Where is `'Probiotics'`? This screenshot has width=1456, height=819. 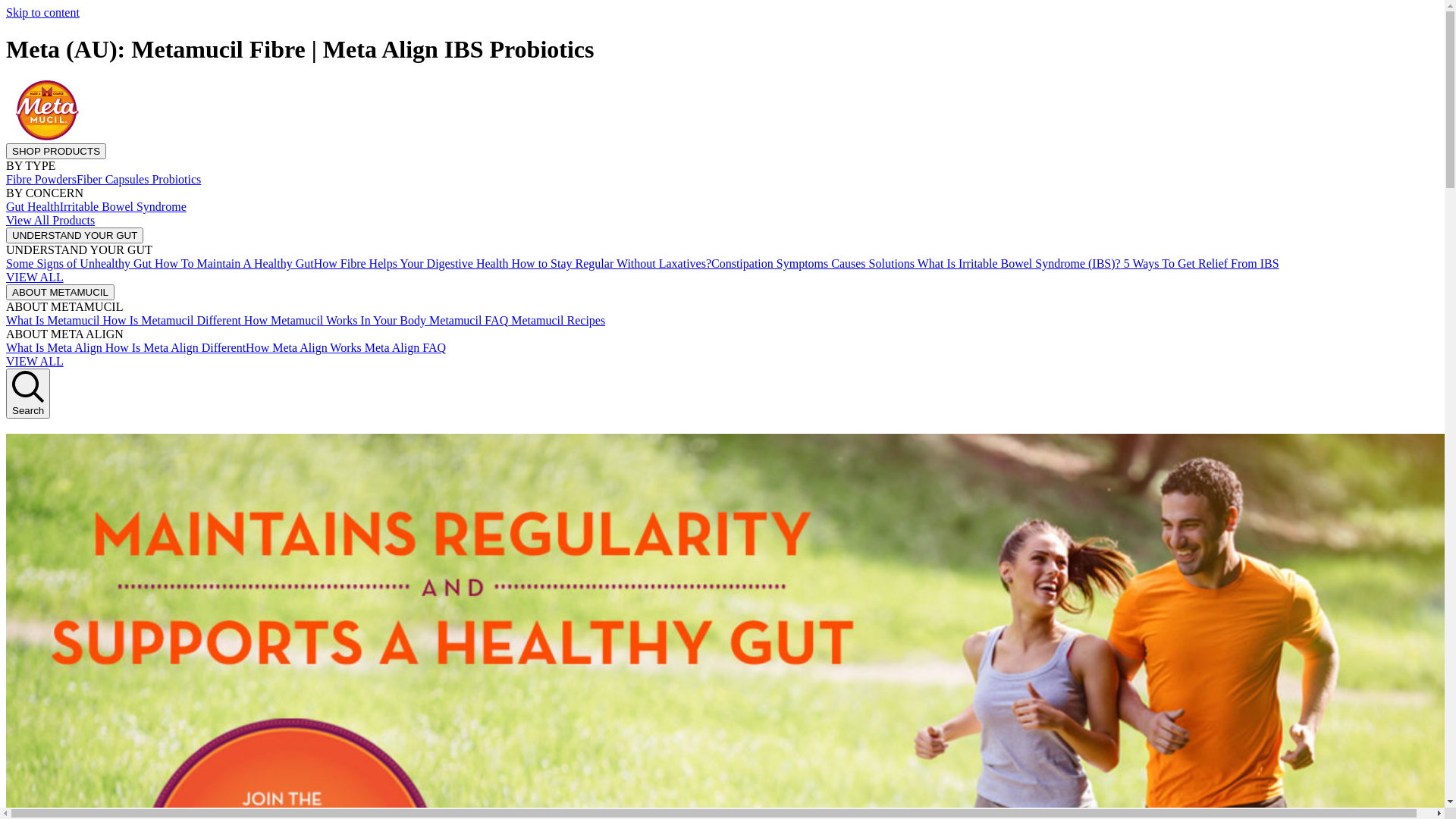 'Probiotics' is located at coordinates (174, 178).